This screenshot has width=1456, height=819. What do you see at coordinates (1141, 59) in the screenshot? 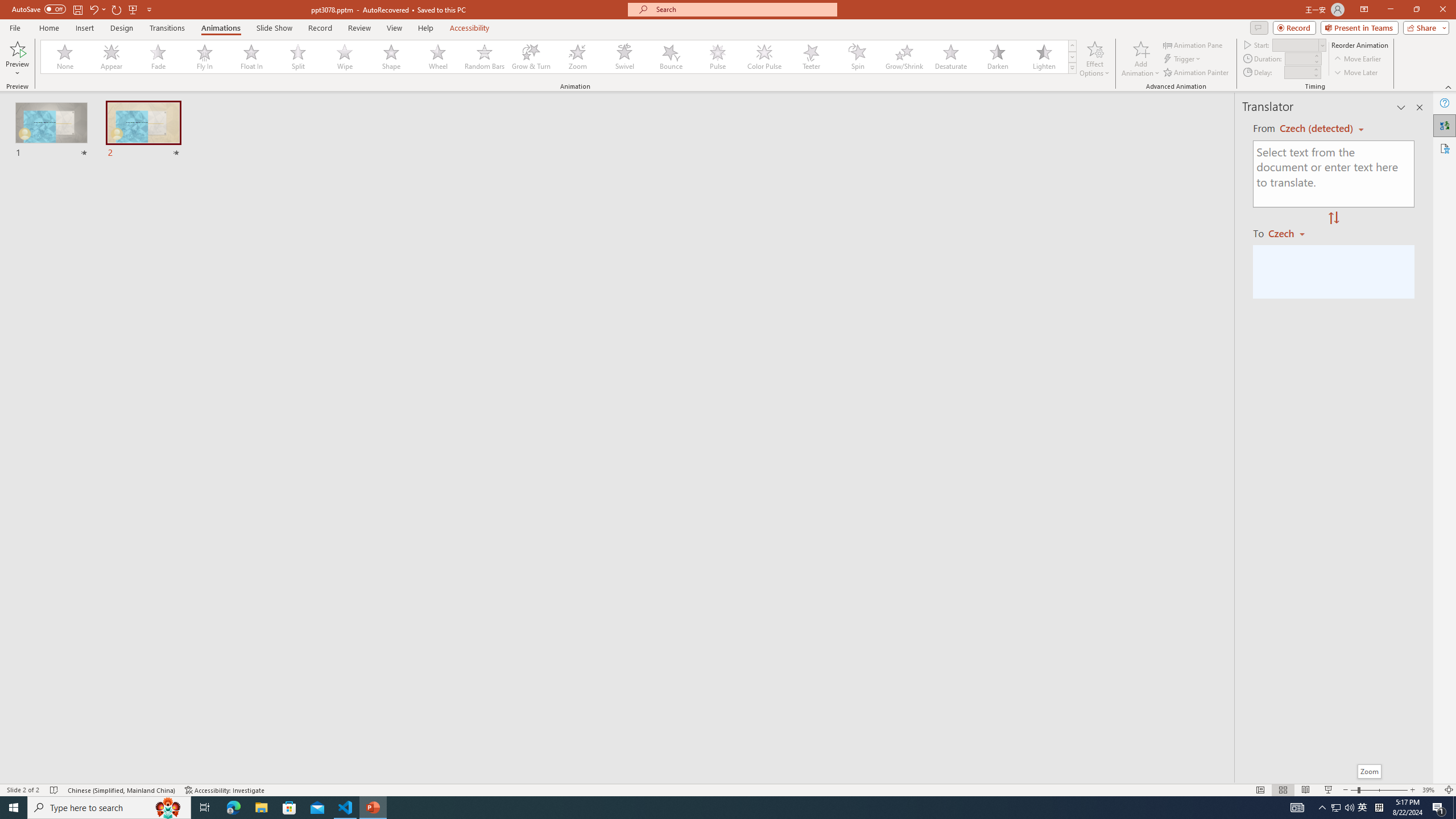
I see `'Add Animation'` at bounding box center [1141, 59].